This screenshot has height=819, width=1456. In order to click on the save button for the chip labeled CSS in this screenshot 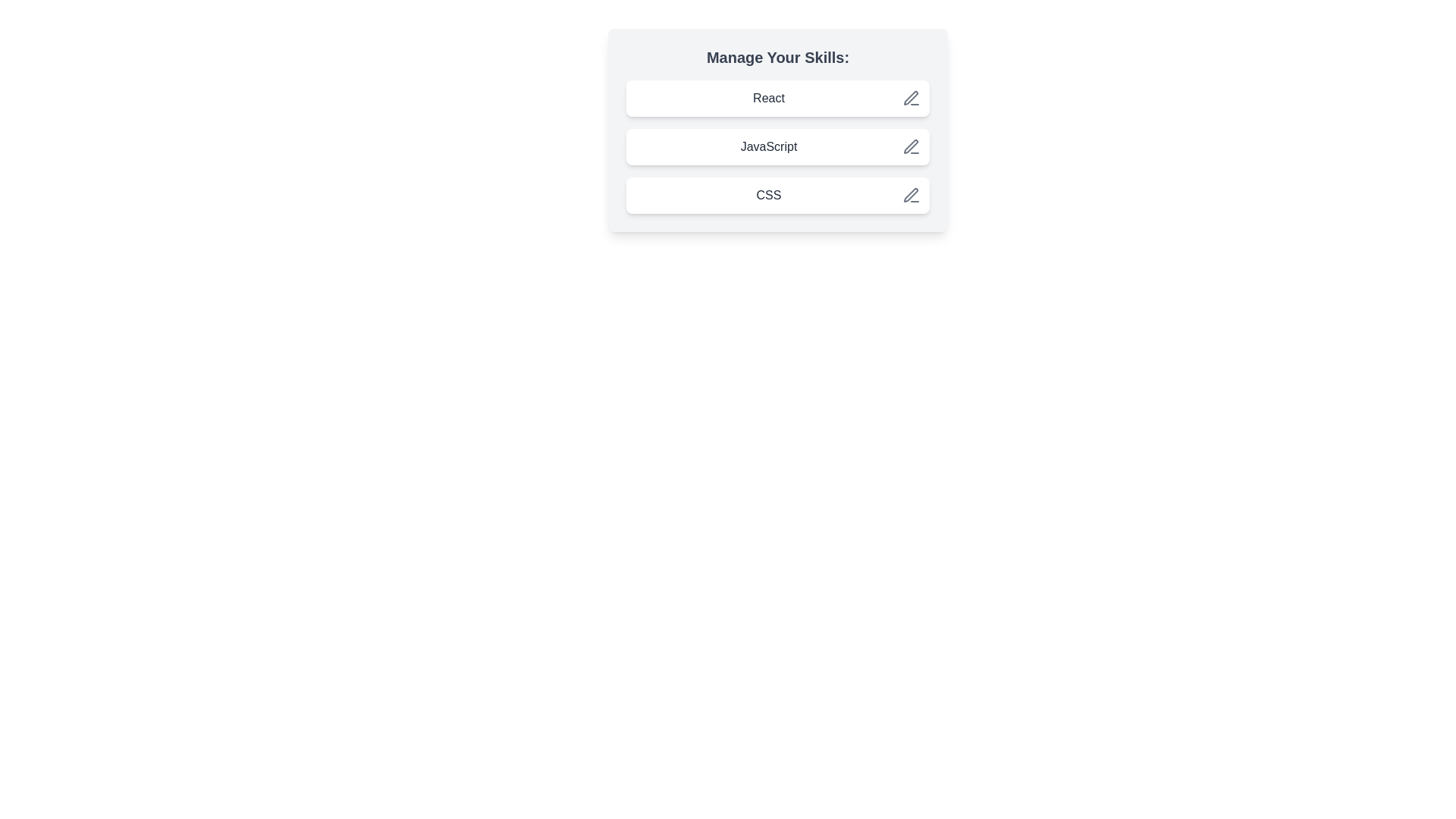, I will do `click(910, 195)`.